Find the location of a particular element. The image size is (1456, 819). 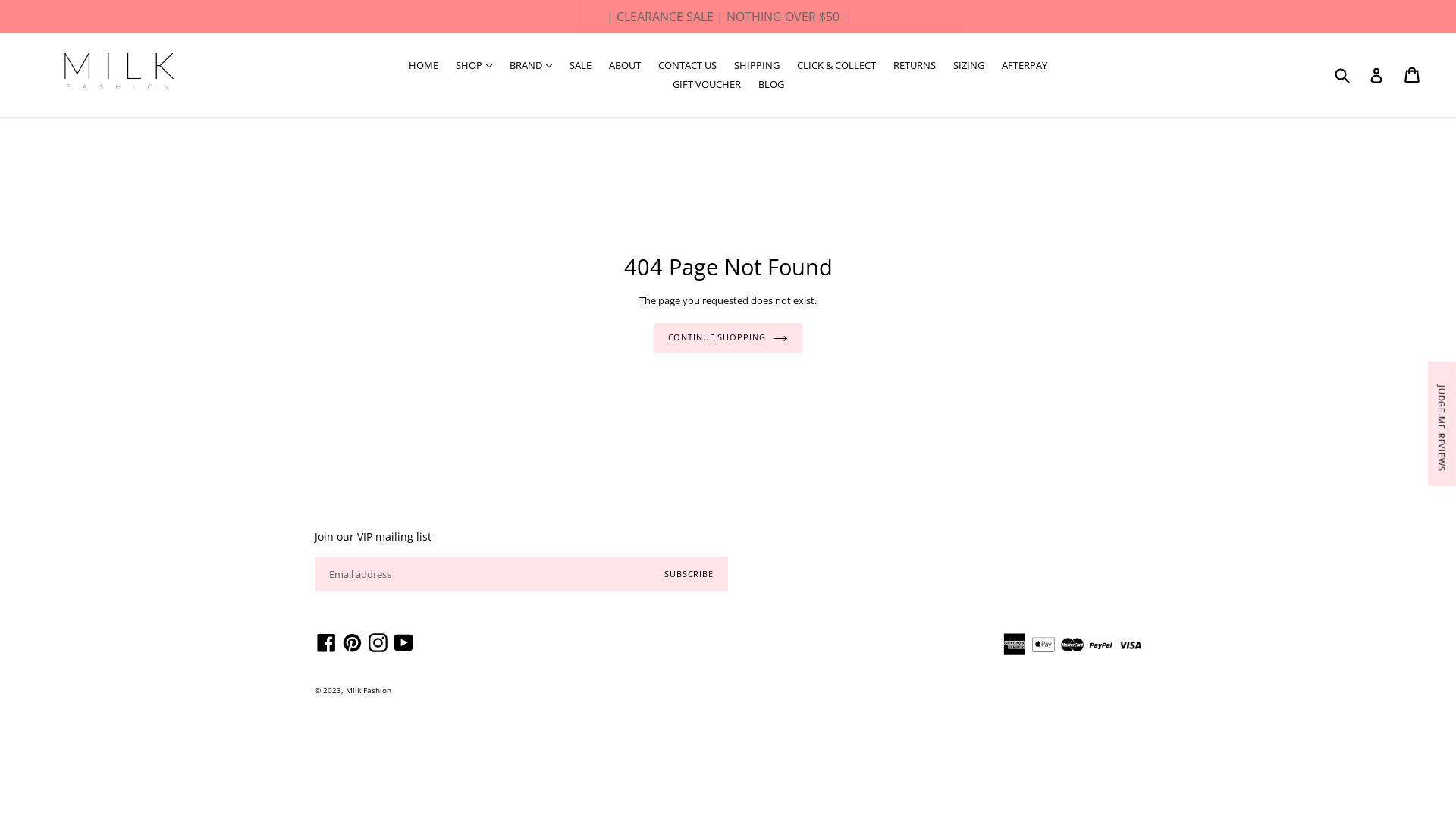

'ABOUT' is located at coordinates (625, 65).